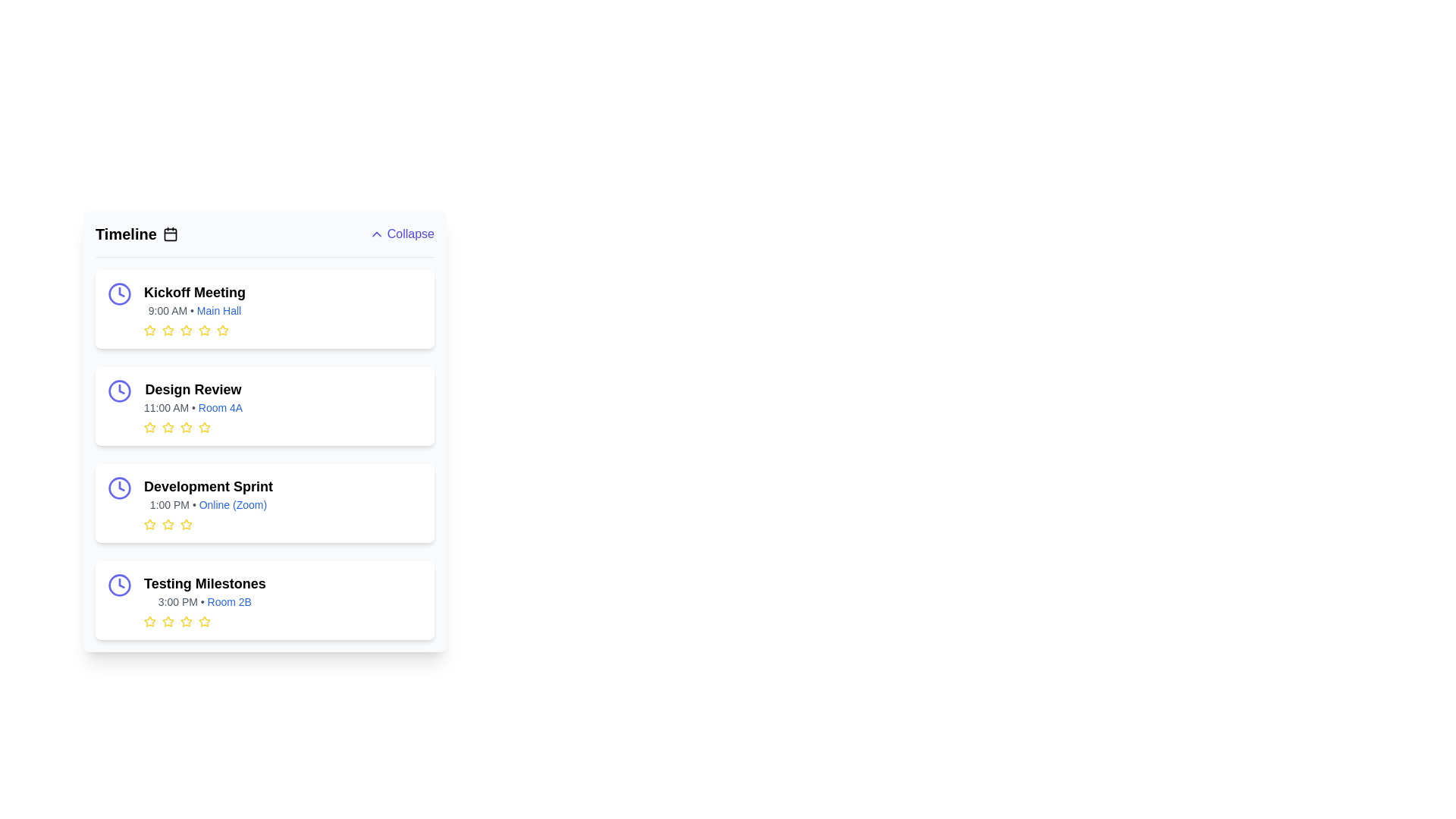 Image resolution: width=1456 pixels, height=819 pixels. What do you see at coordinates (265, 406) in the screenshot?
I see `the time or location on the second event card in the timeline interface for more information` at bounding box center [265, 406].